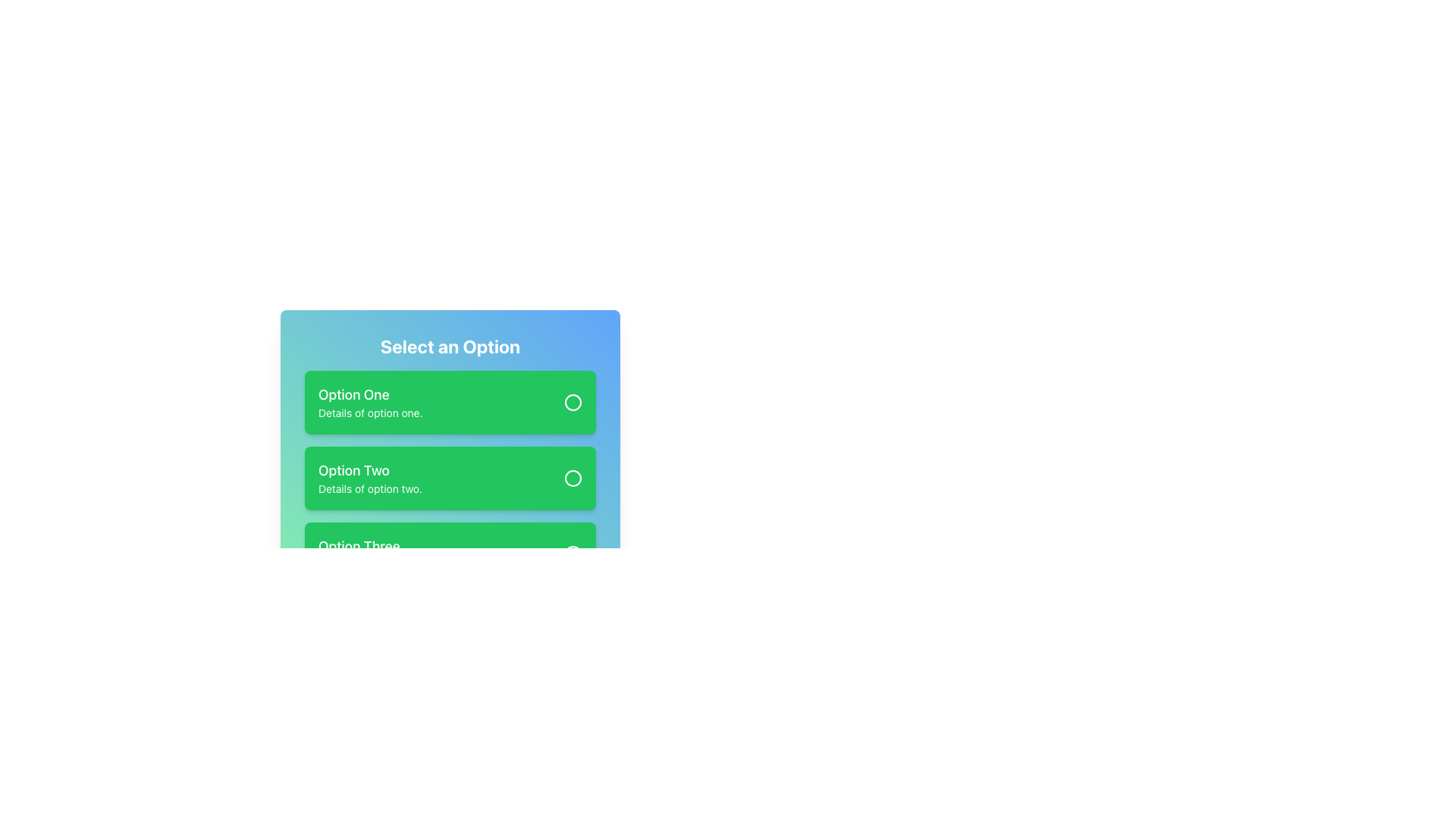 This screenshot has height=819, width=1456. Describe the element at coordinates (572, 479) in the screenshot. I see `the radio button located to the right side of the 'Option Two' selectable item by` at that location.